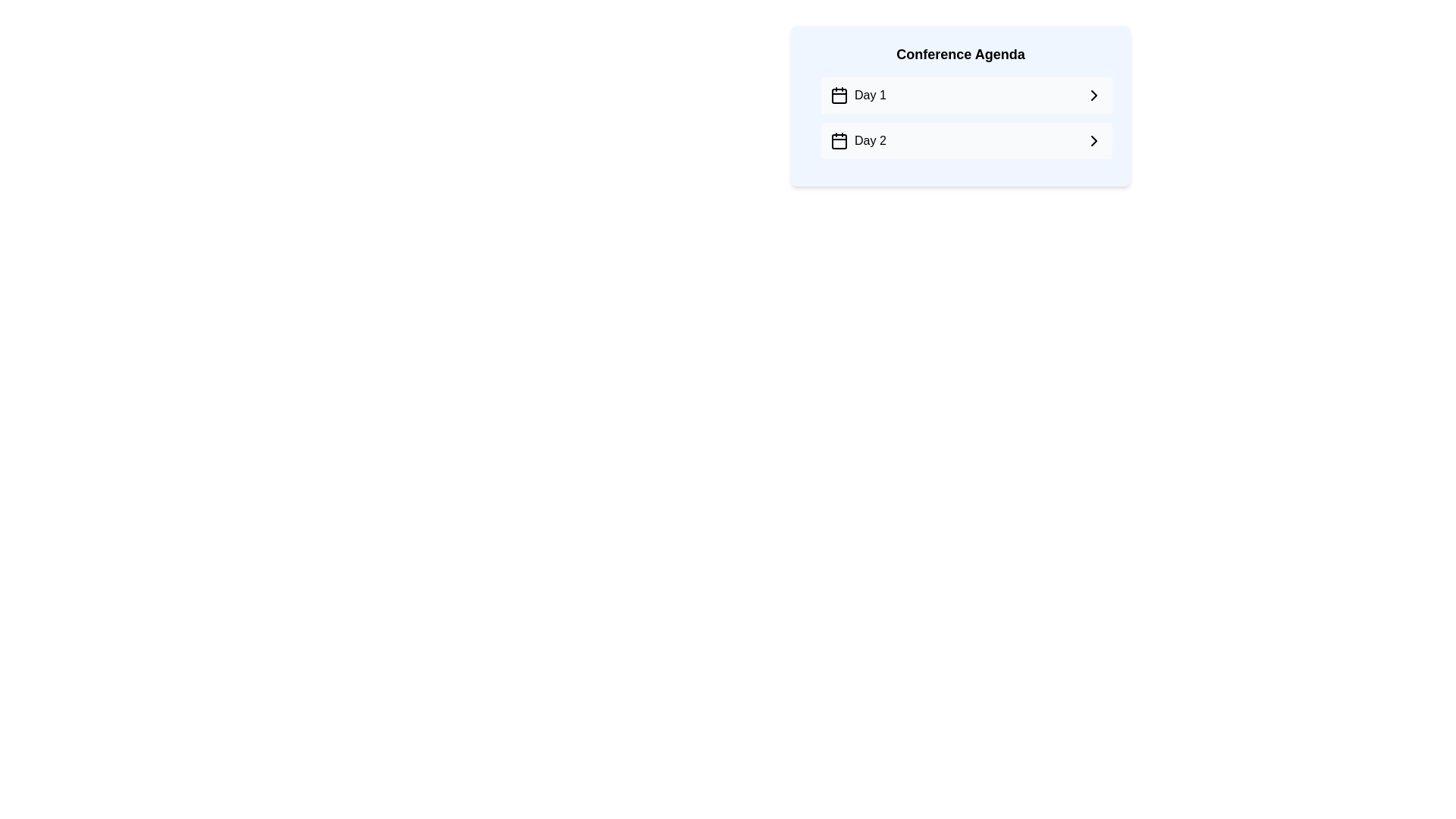 The height and width of the screenshot is (819, 1456). I want to click on the decorative element of the 'lucide-calendar' SVG icon, which is positioned at the top-left corner of the icon, enhancing the text 'Day 1' in the Conference Agenda section, so click(839, 96).